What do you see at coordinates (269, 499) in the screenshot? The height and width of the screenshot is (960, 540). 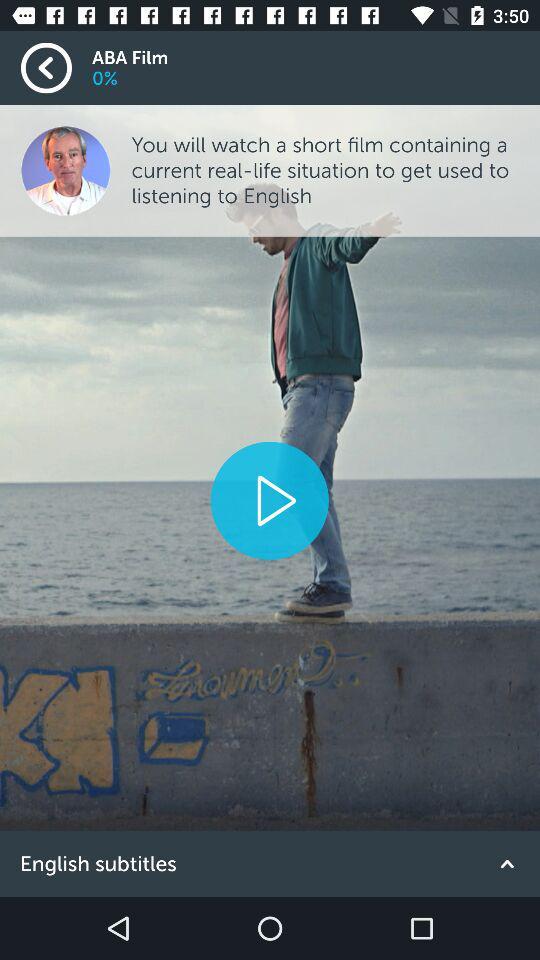 I see `the icon below you will watch item` at bounding box center [269, 499].